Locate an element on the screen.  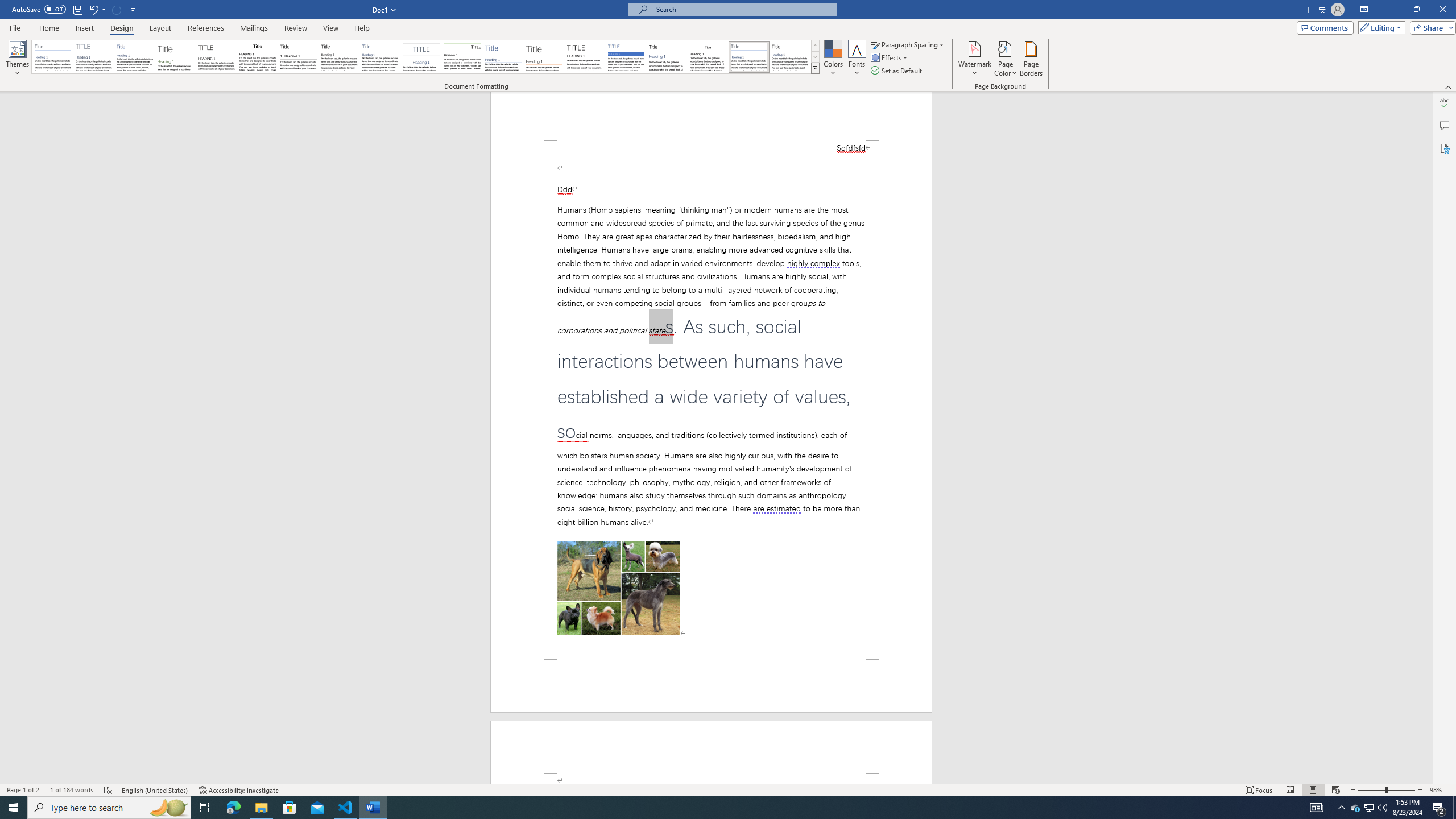
'Shaded' is located at coordinates (626, 56).